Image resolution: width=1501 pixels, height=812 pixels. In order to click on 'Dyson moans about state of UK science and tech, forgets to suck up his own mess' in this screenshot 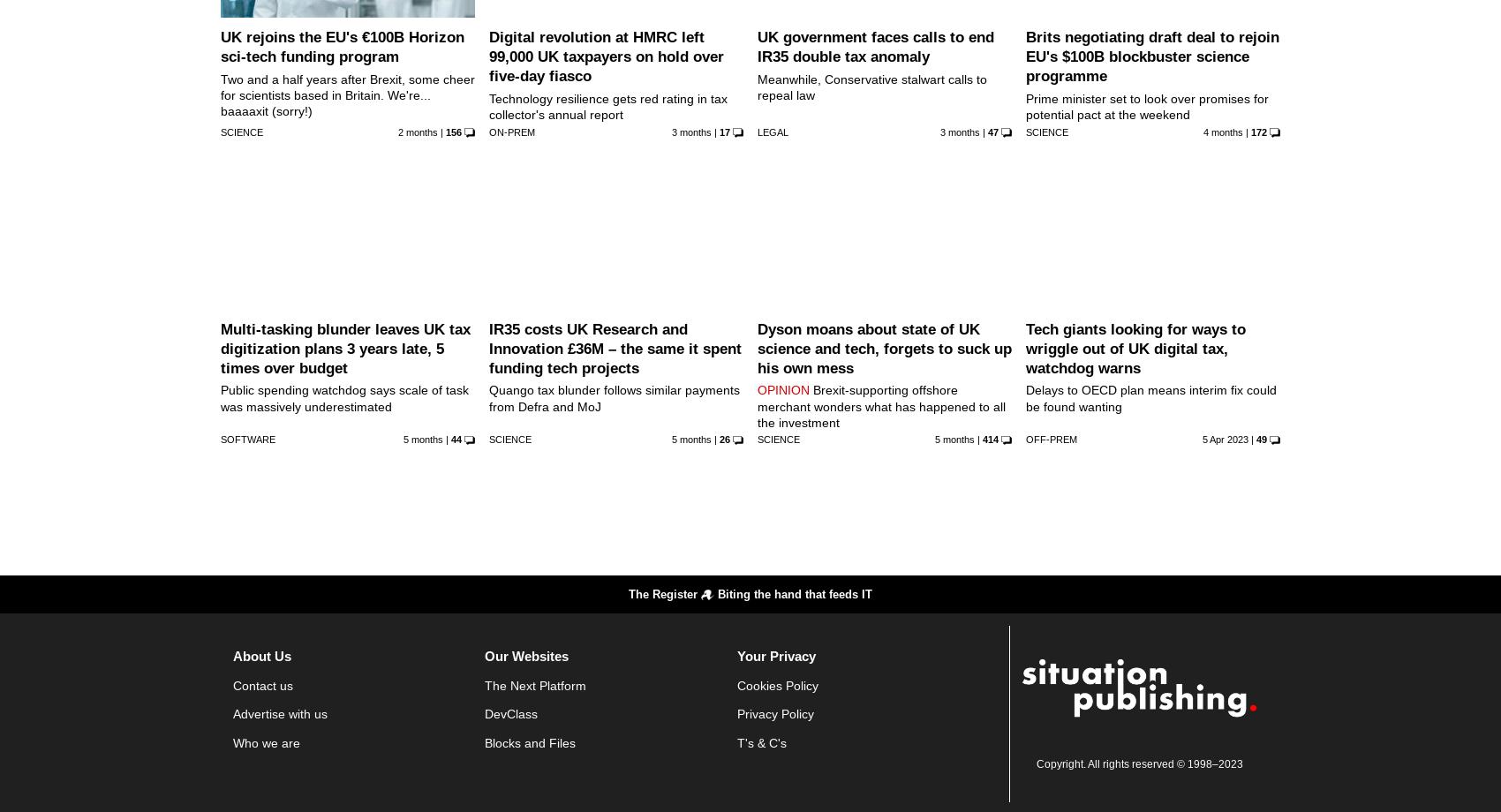, I will do `click(757, 347)`.